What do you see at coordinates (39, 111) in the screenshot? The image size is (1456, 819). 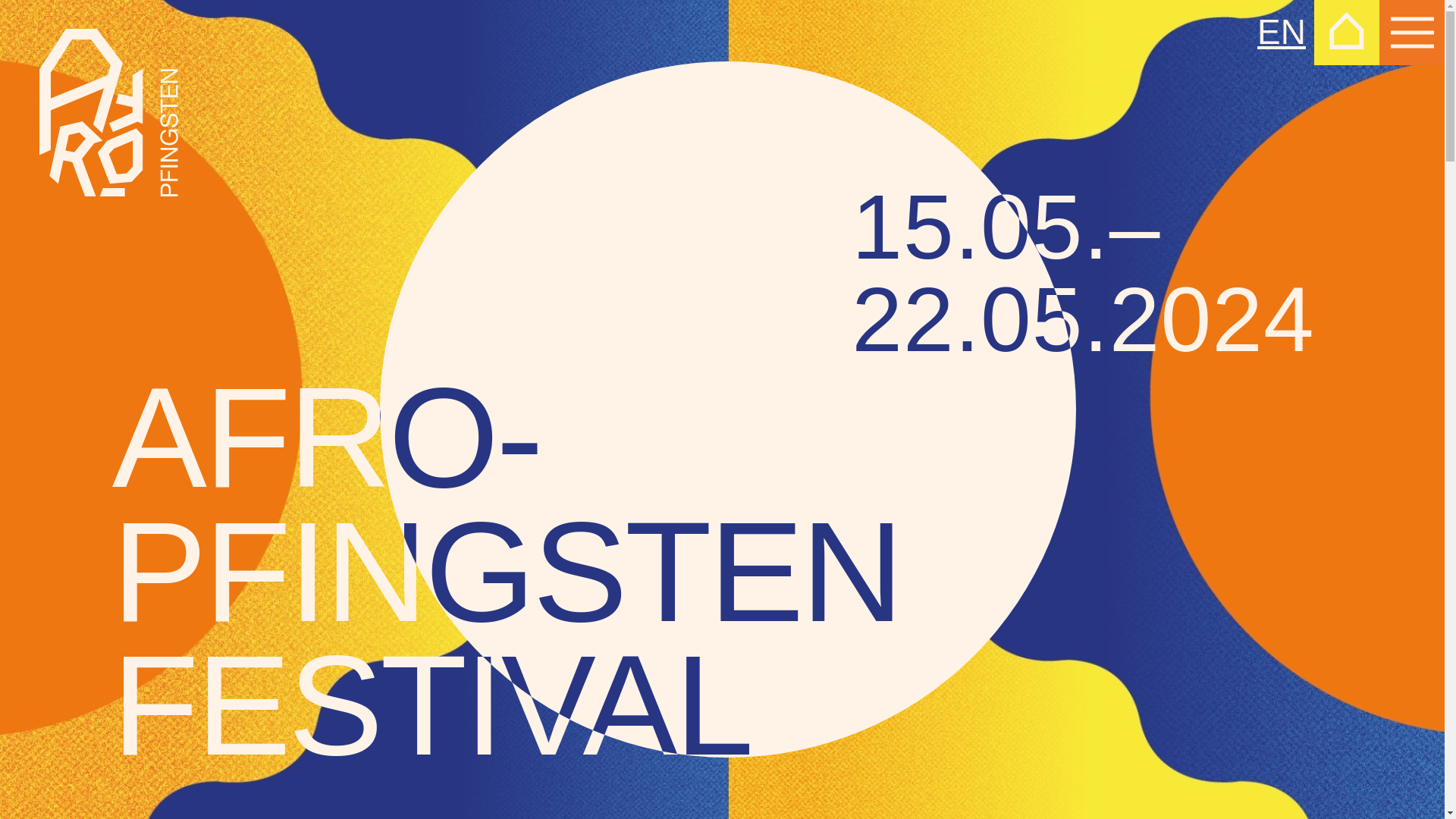 I see `'Afro-Pfingsten Winterthur'` at bounding box center [39, 111].